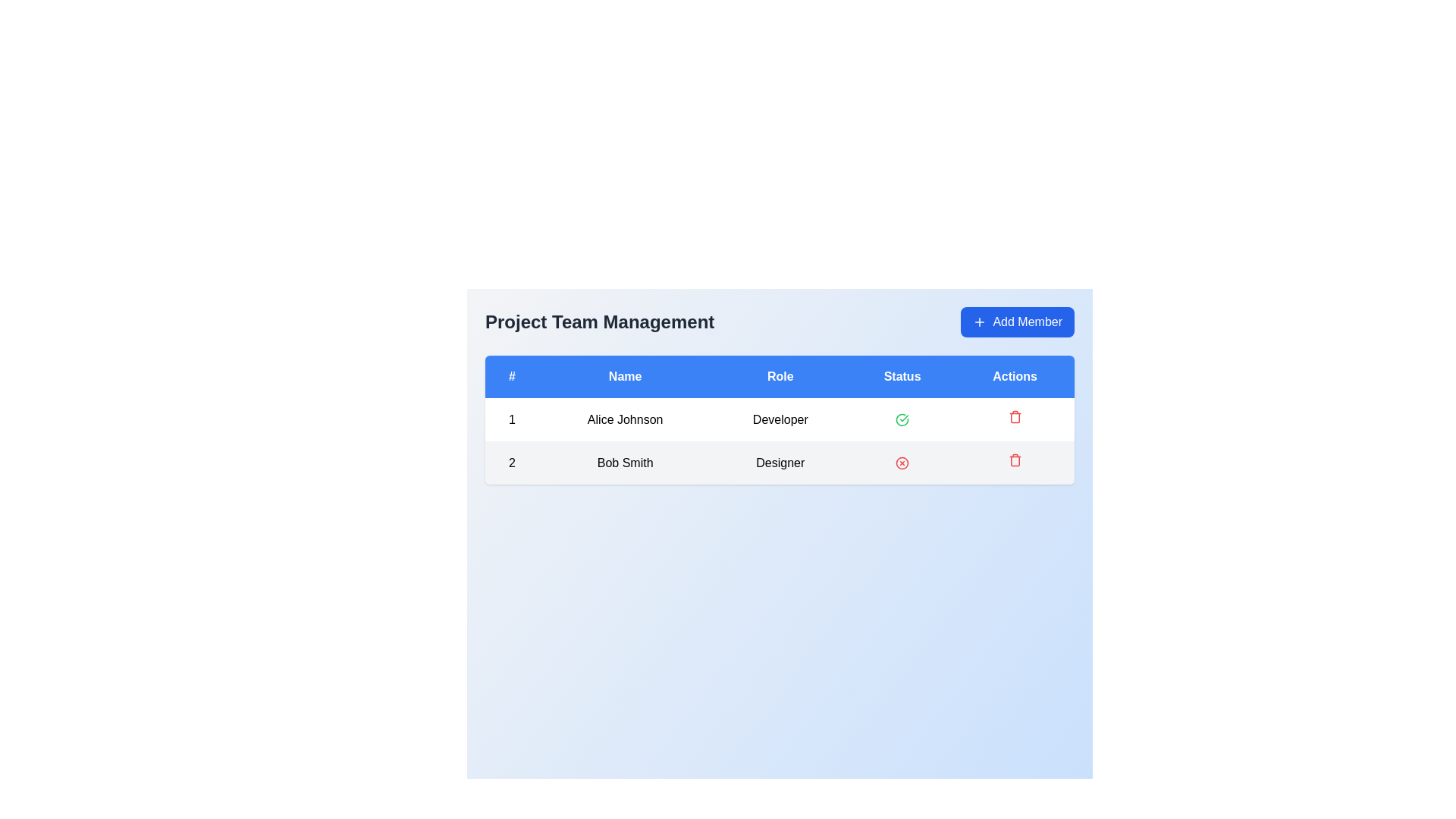 This screenshot has width=1456, height=819. I want to click on the text label displaying 'Developer' in the first row under the 'Role' column for 'Alice Johnson', so click(780, 419).